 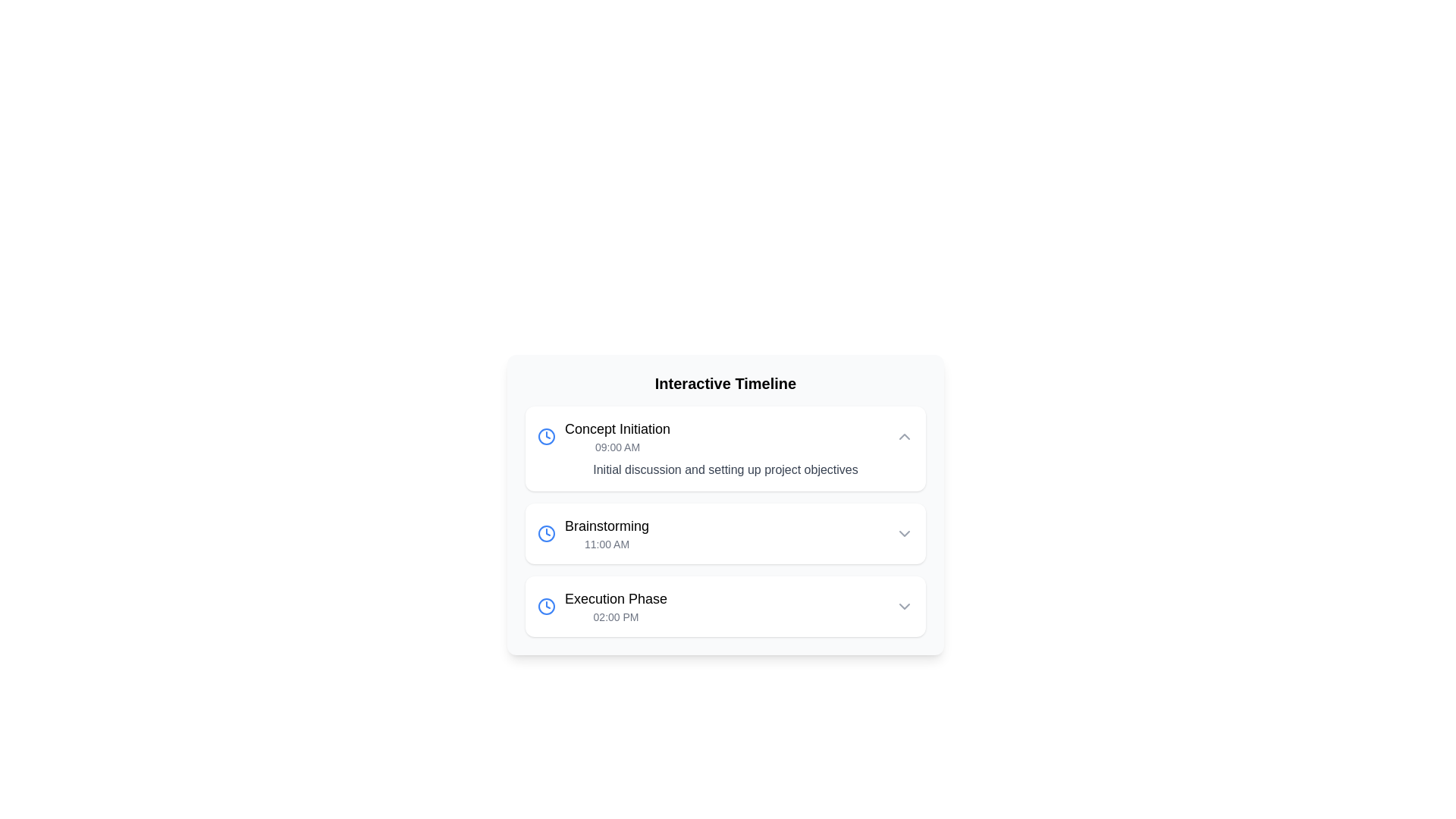 What do you see at coordinates (724, 520) in the screenshot?
I see `the second timeline entry labeled 'Brainstorming' at 11:00 AM in the 'Interactive Timeline' component` at bounding box center [724, 520].